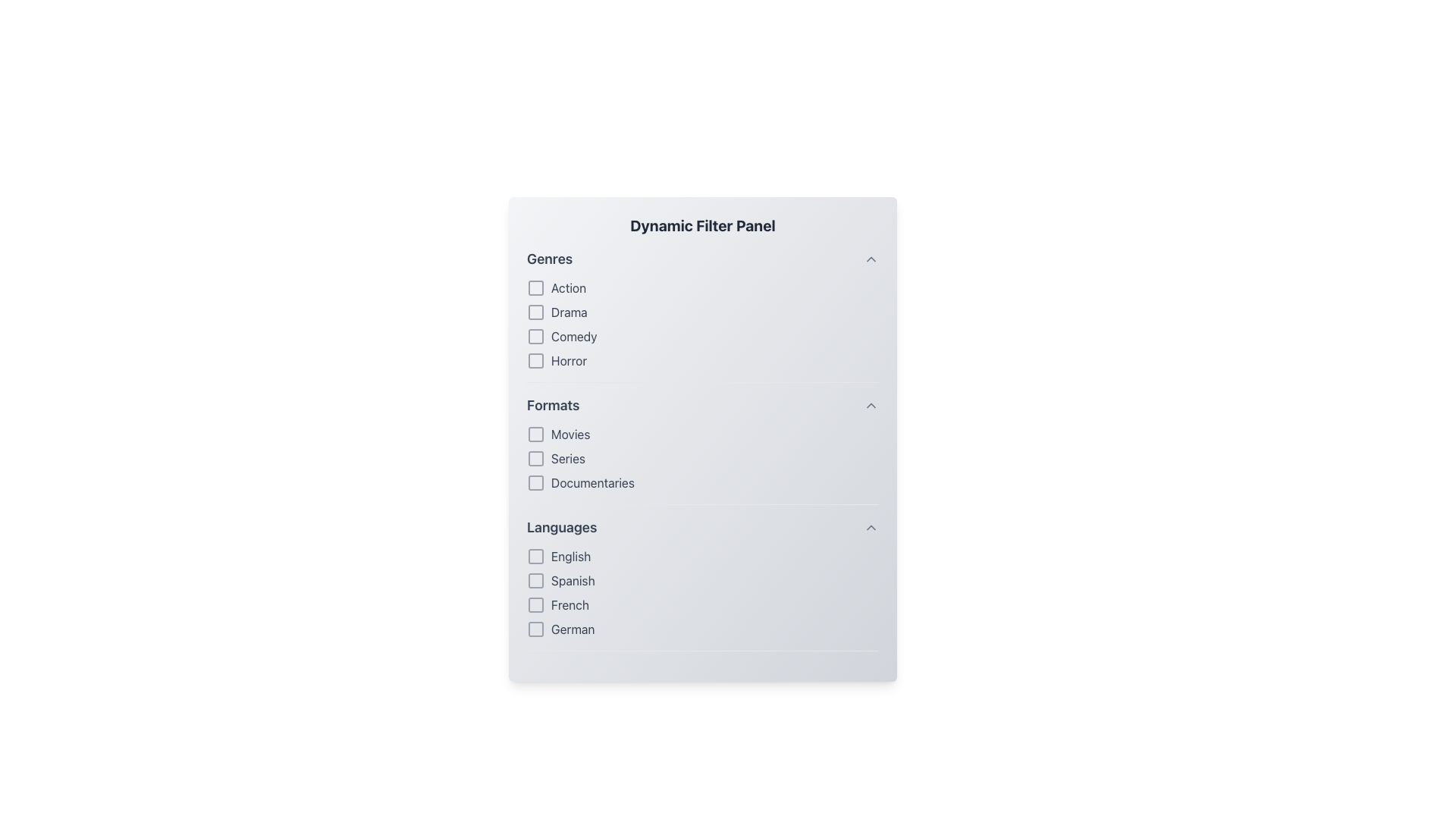  What do you see at coordinates (535, 435) in the screenshot?
I see `the checkbox located in the 'Formats' section` at bounding box center [535, 435].